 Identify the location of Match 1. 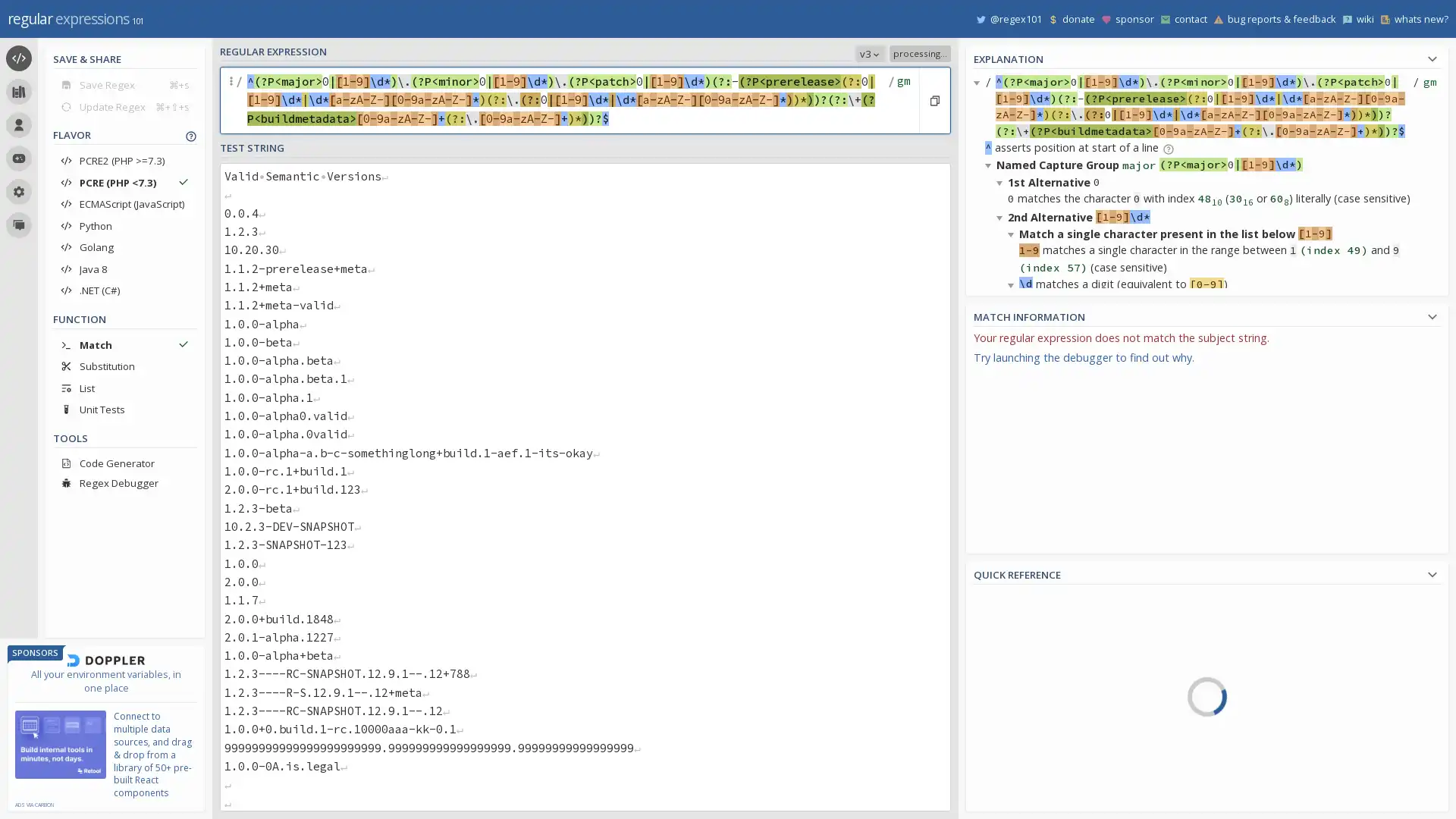
(1014, 348).